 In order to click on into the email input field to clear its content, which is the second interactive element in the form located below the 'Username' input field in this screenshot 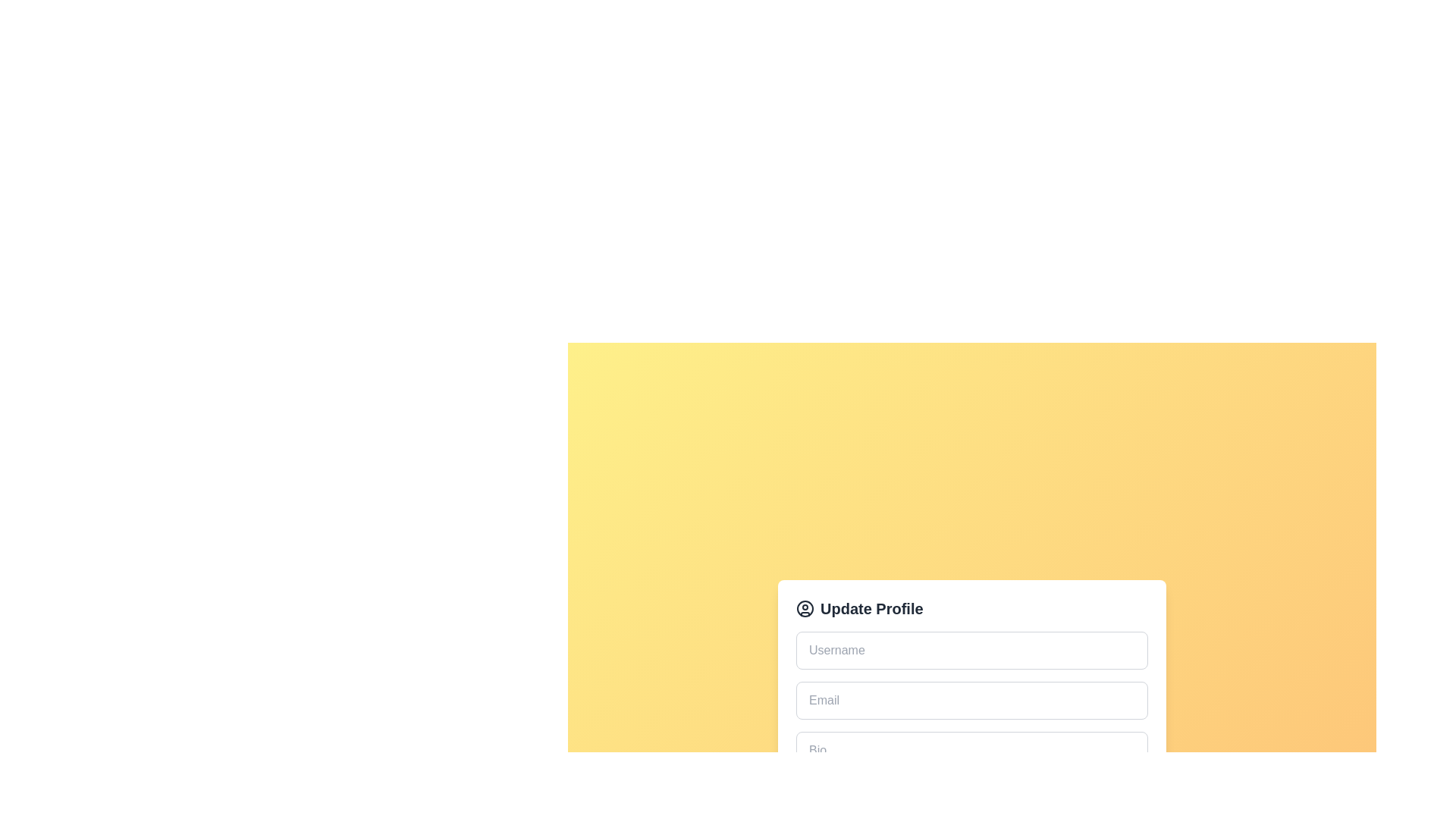, I will do `click(971, 699)`.